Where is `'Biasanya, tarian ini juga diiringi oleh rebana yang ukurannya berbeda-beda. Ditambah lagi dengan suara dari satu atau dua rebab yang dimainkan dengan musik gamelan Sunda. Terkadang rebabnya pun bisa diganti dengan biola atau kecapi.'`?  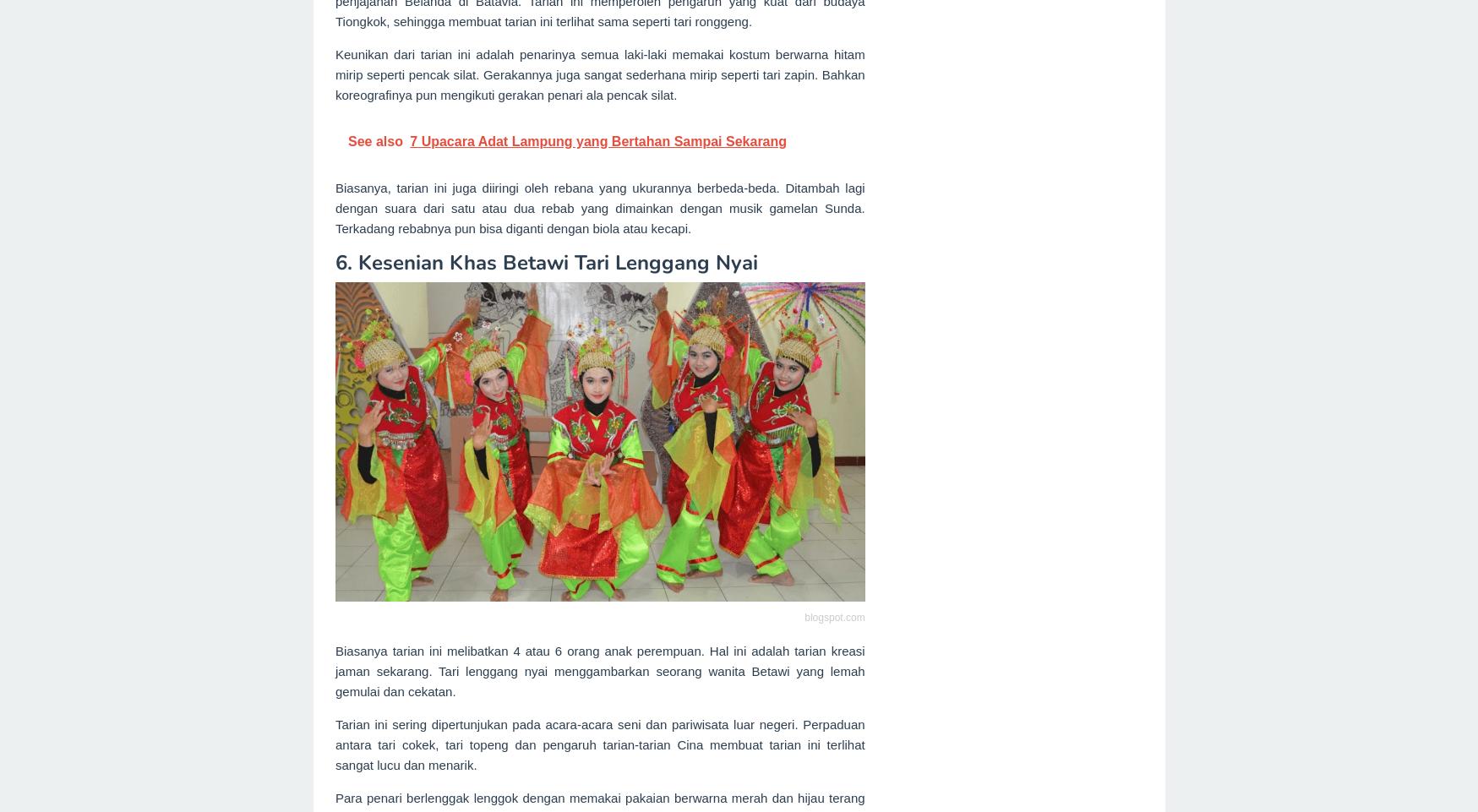
'Biasanya, tarian ini juga diiringi oleh rebana yang ukurannya berbeda-beda. Ditambah lagi dengan suara dari satu atau dua rebab yang dimainkan dengan musik gamelan Sunda. Terkadang rebabnya pun bisa diganti dengan biola atau kecapi.' is located at coordinates (598, 206).